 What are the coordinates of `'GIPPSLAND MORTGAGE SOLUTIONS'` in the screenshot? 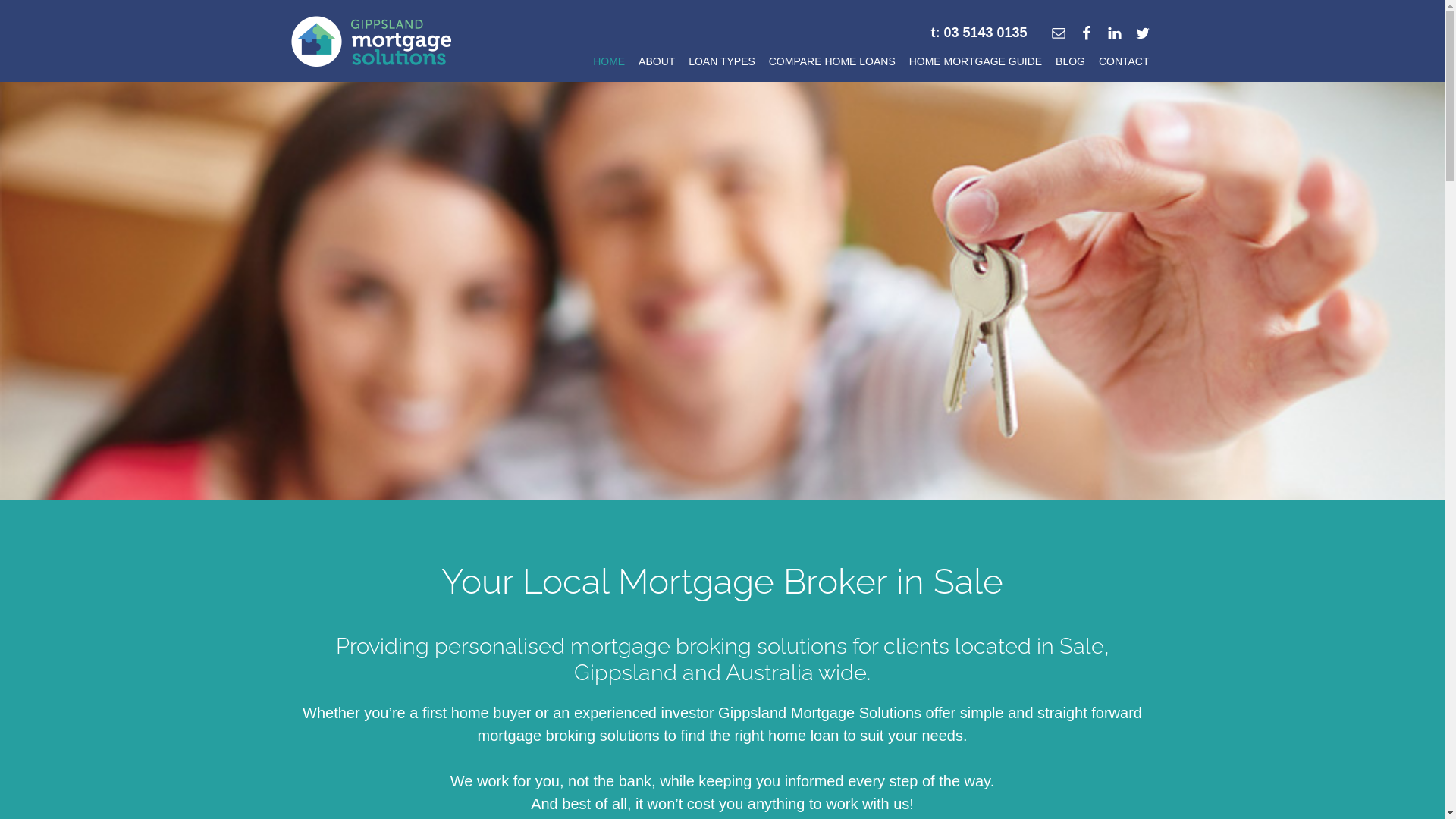 It's located at (371, 40).